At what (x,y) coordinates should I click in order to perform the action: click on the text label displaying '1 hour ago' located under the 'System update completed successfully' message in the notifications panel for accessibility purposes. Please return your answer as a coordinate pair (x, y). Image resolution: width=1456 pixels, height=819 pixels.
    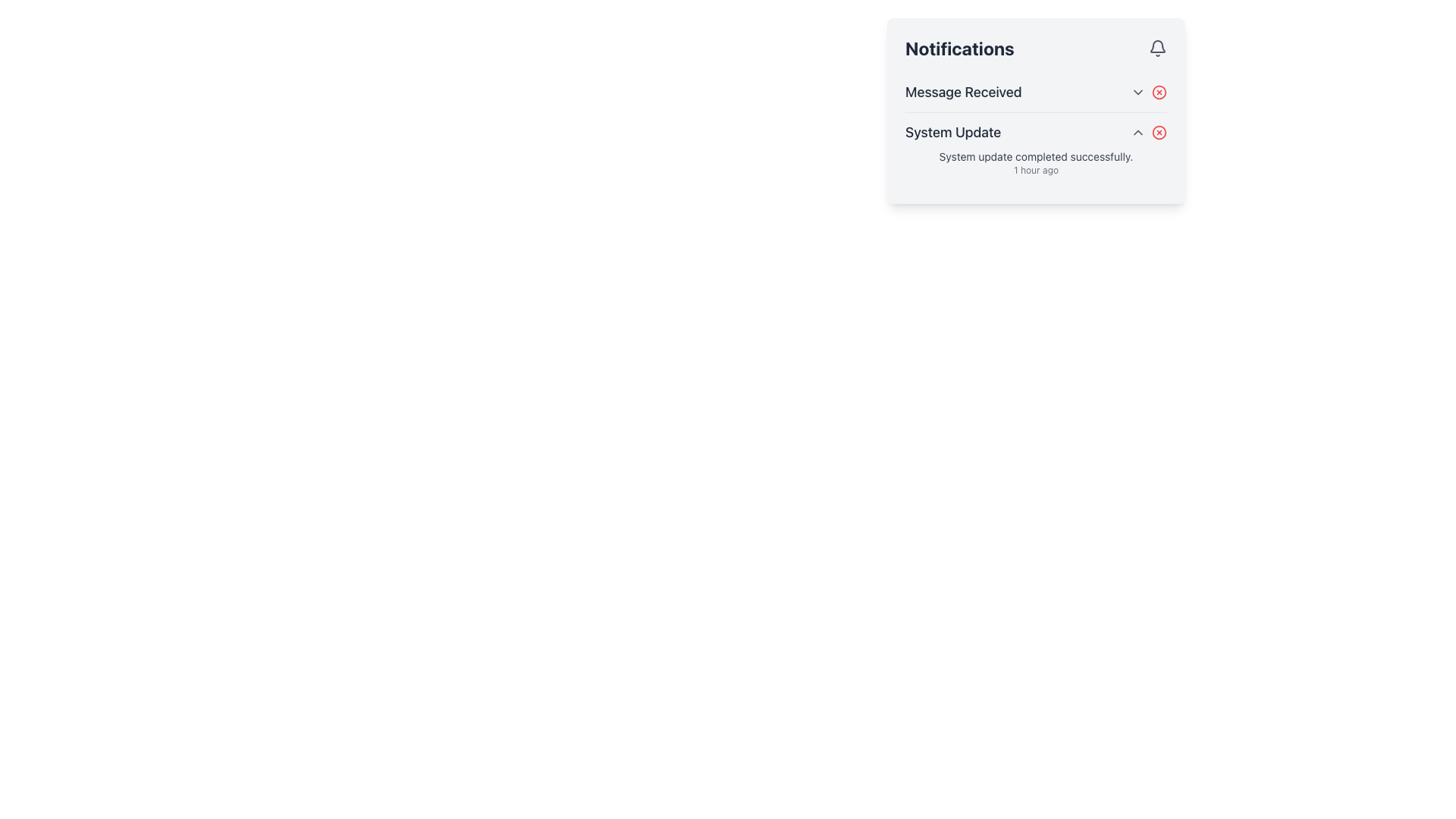
    Looking at the image, I should click on (1035, 170).